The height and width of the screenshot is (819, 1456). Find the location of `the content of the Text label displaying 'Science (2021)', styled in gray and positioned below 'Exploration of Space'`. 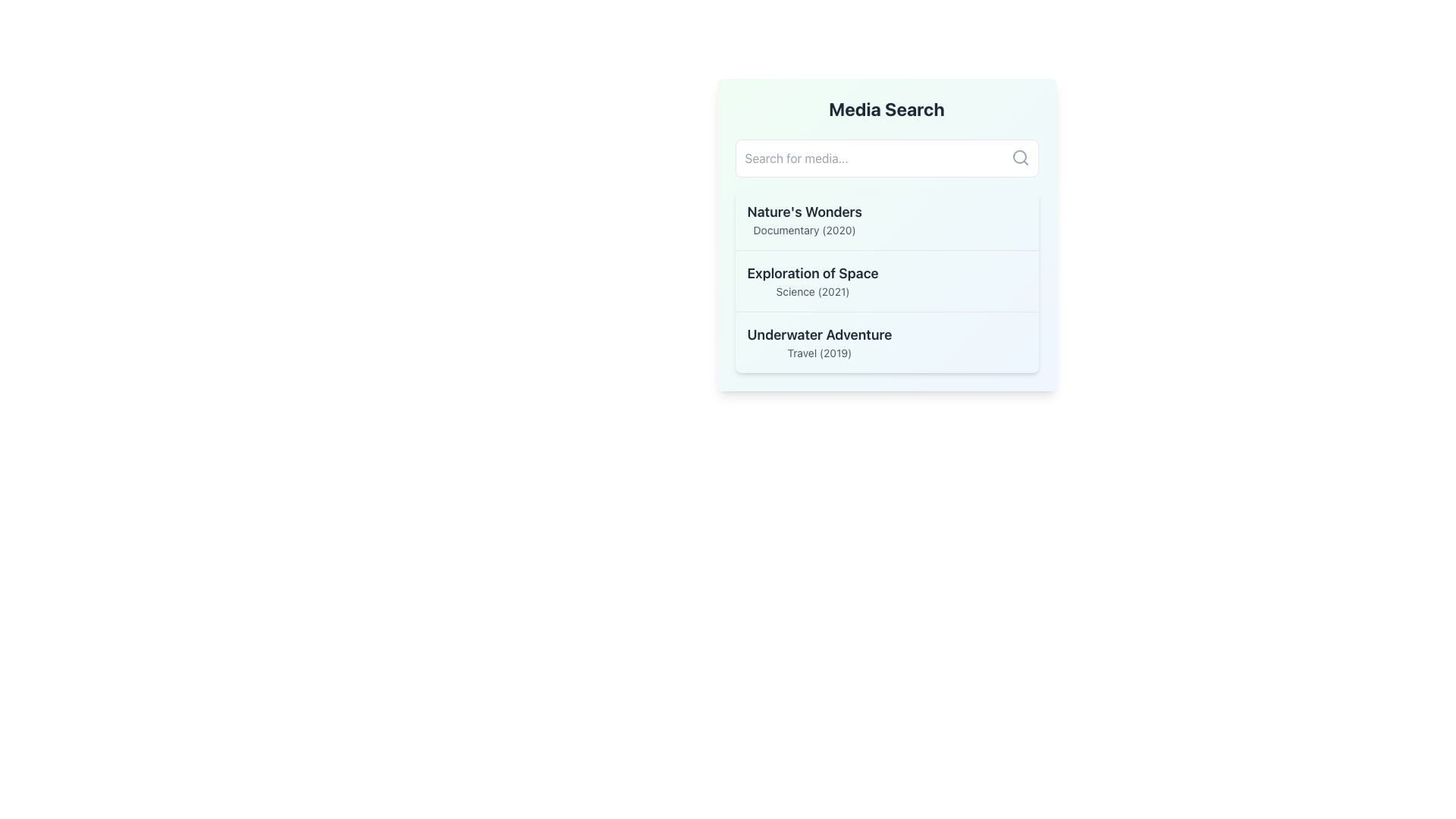

the content of the Text label displaying 'Science (2021)', styled in gray and positioned below 'Exploration of Space' is located at coordinates (812, 292).